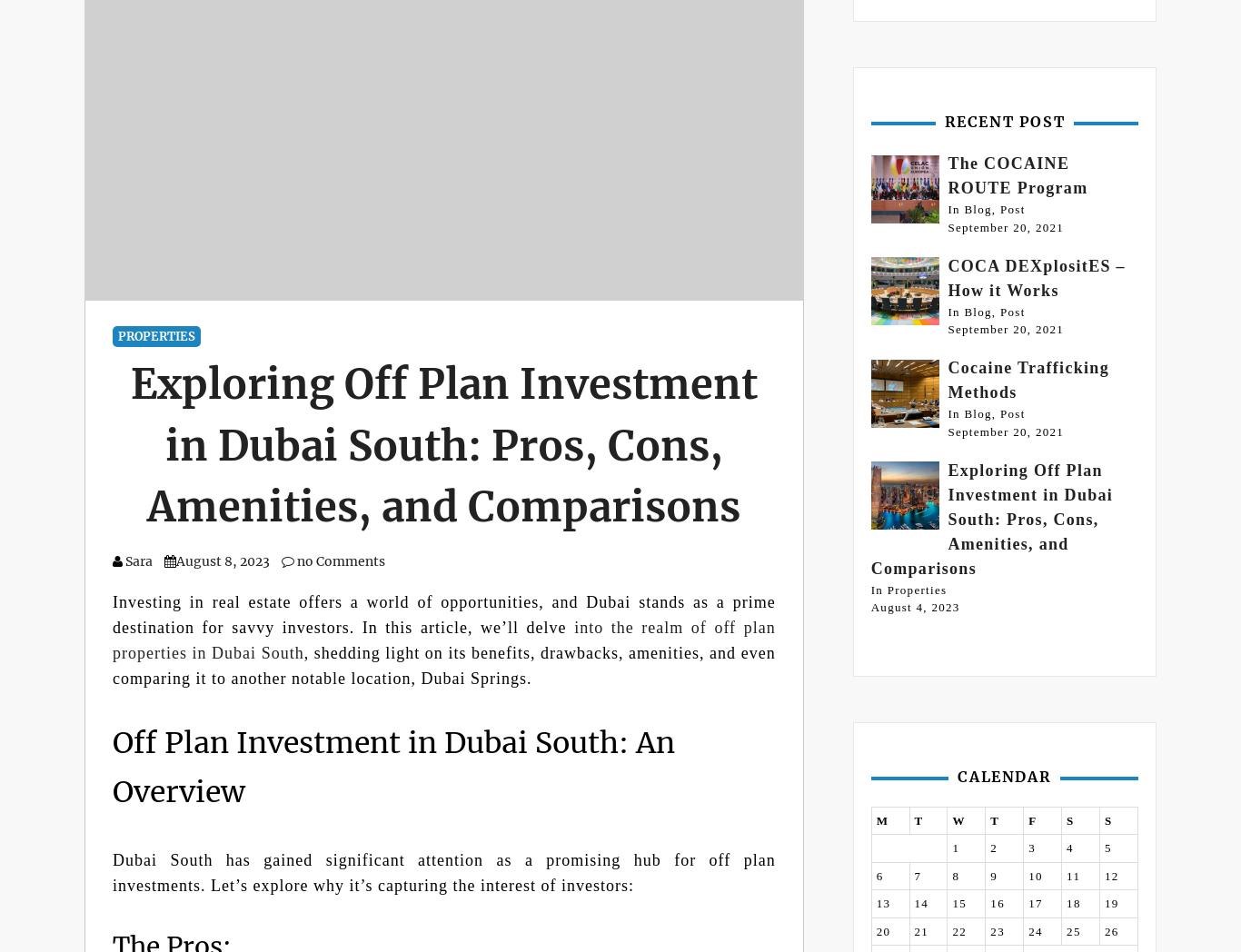 The width and height of the screenshot is (1241, 952). What do you see at coordinates (443, 664) in the screenshot?
I see `', shedding light on its benefits, drawbacks, amenities, and even comparing it to another notable location, Dubai Springs.'` at bounding box center [443, 664].